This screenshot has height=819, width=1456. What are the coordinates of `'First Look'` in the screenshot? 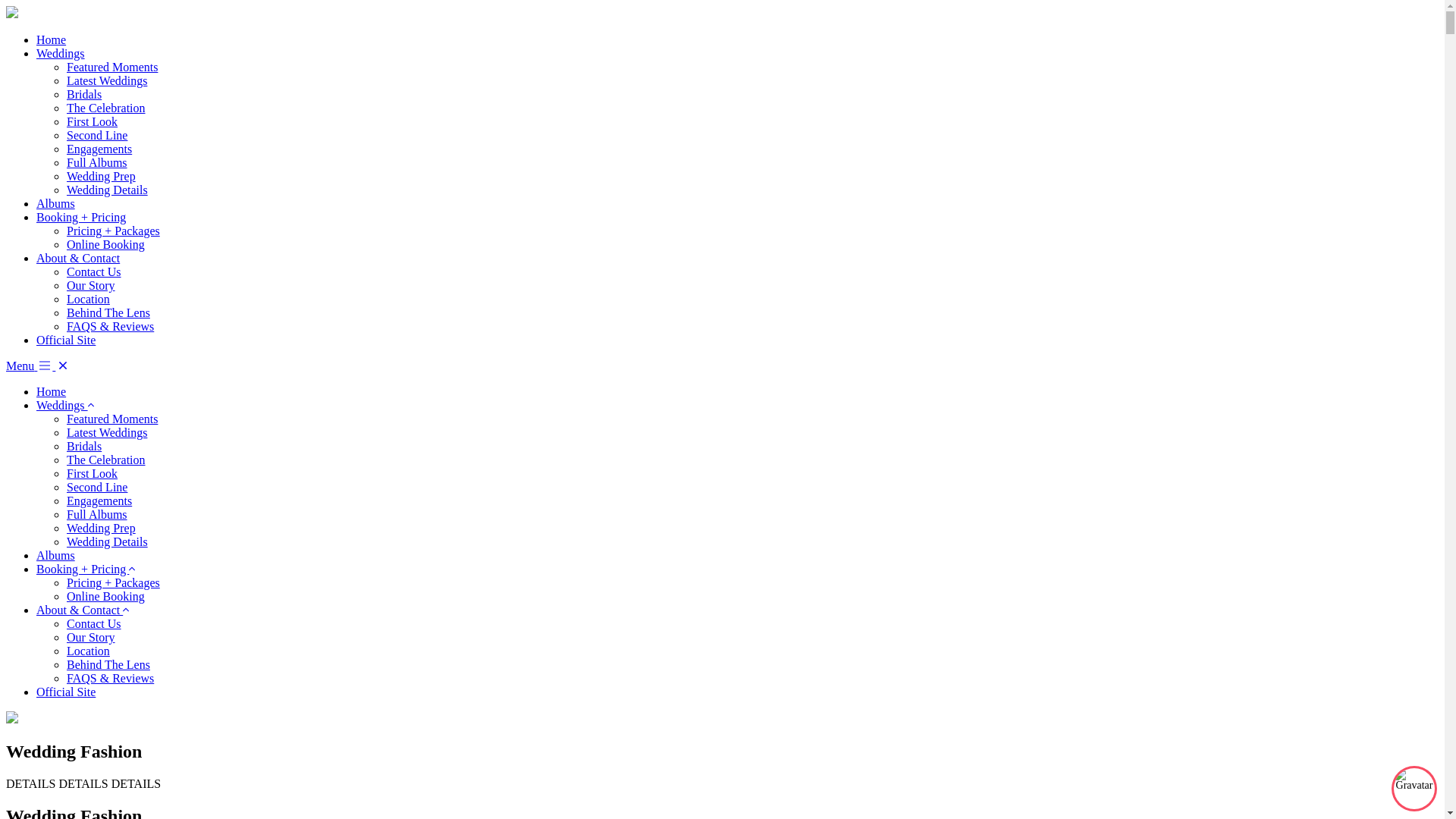 It's located at (91, 121).